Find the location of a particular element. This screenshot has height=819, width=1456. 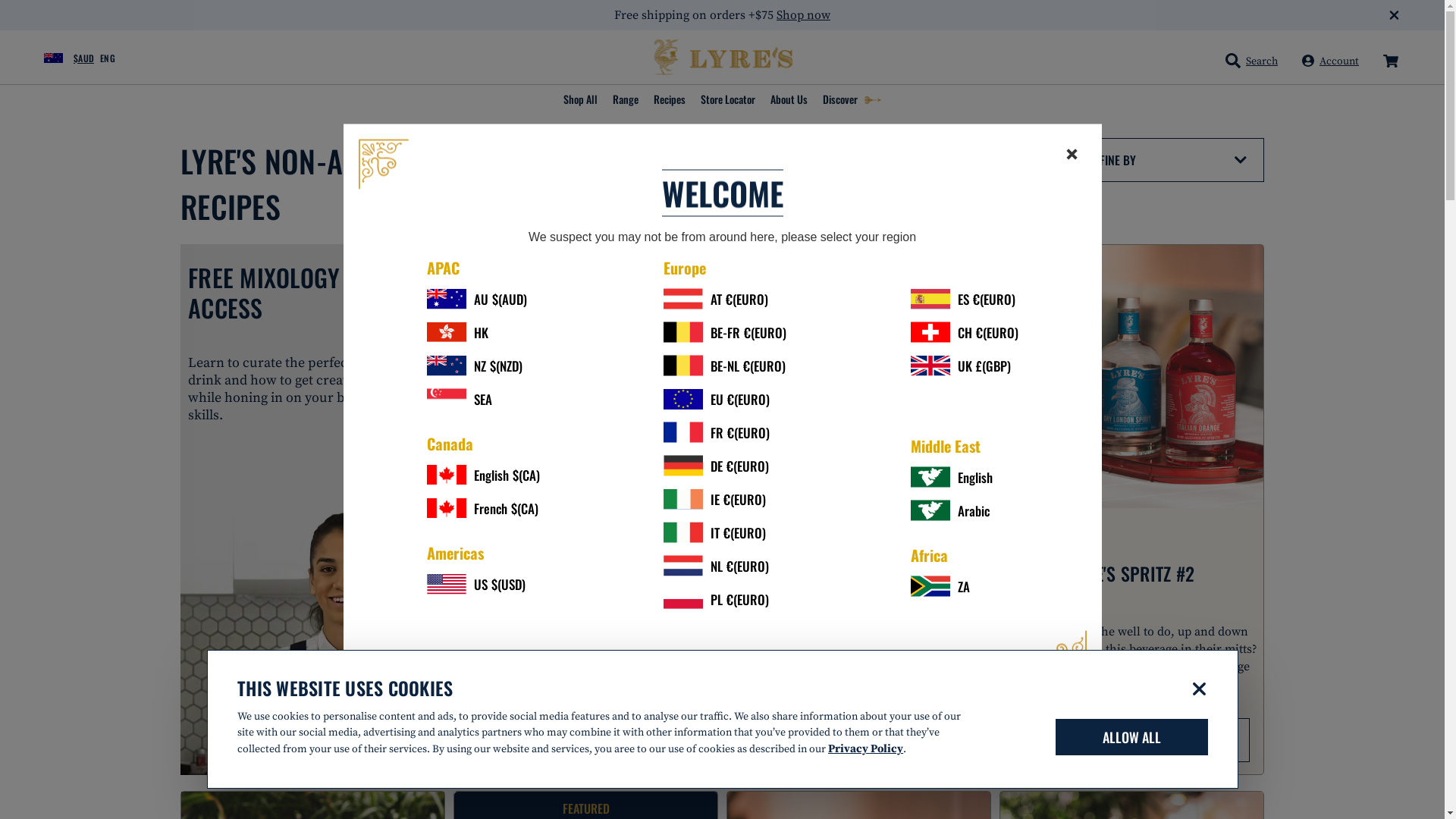

'English is located at coordinates (482, 473).